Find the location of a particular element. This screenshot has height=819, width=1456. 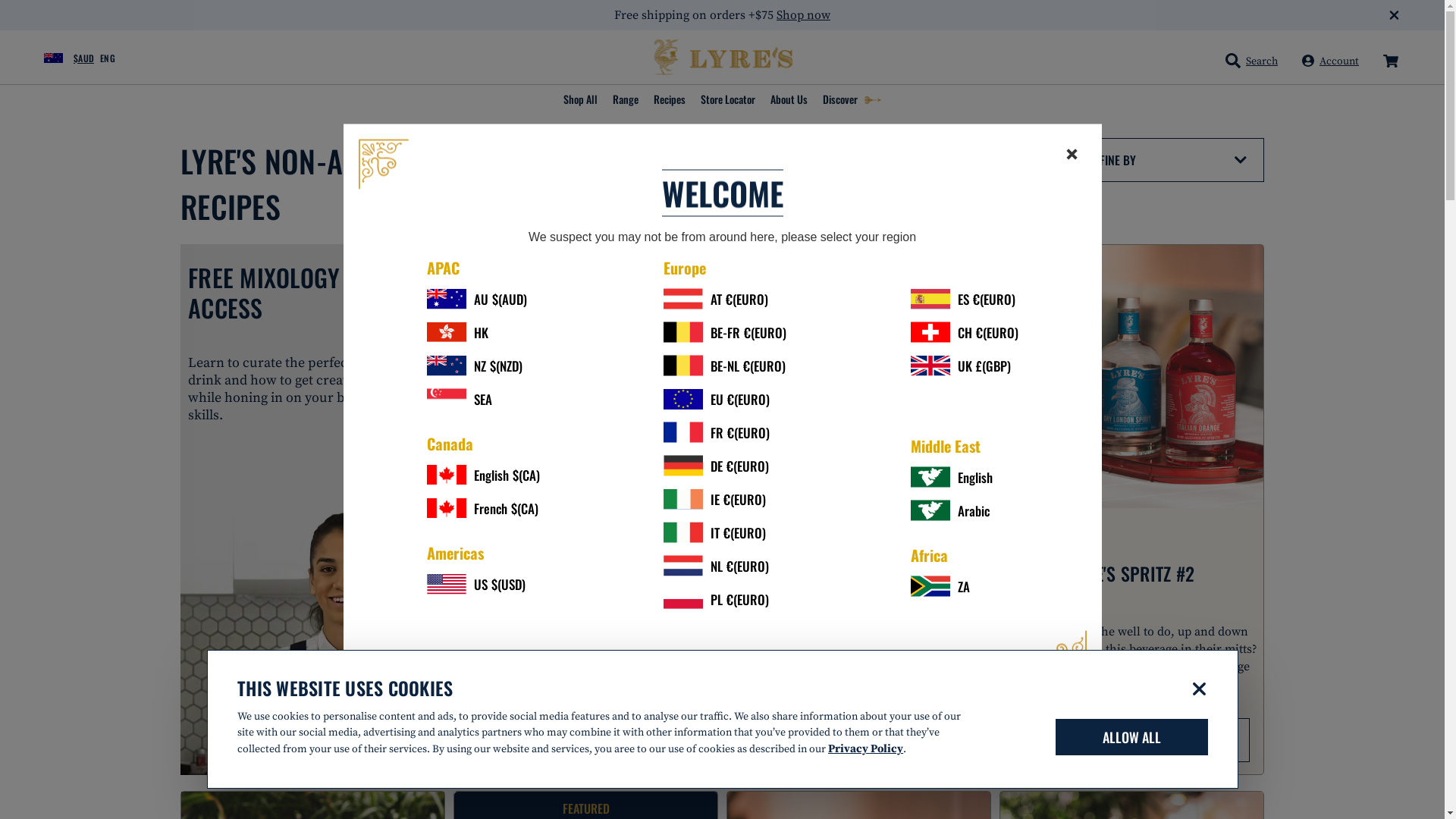

'English is located at coordinates (482, 473).